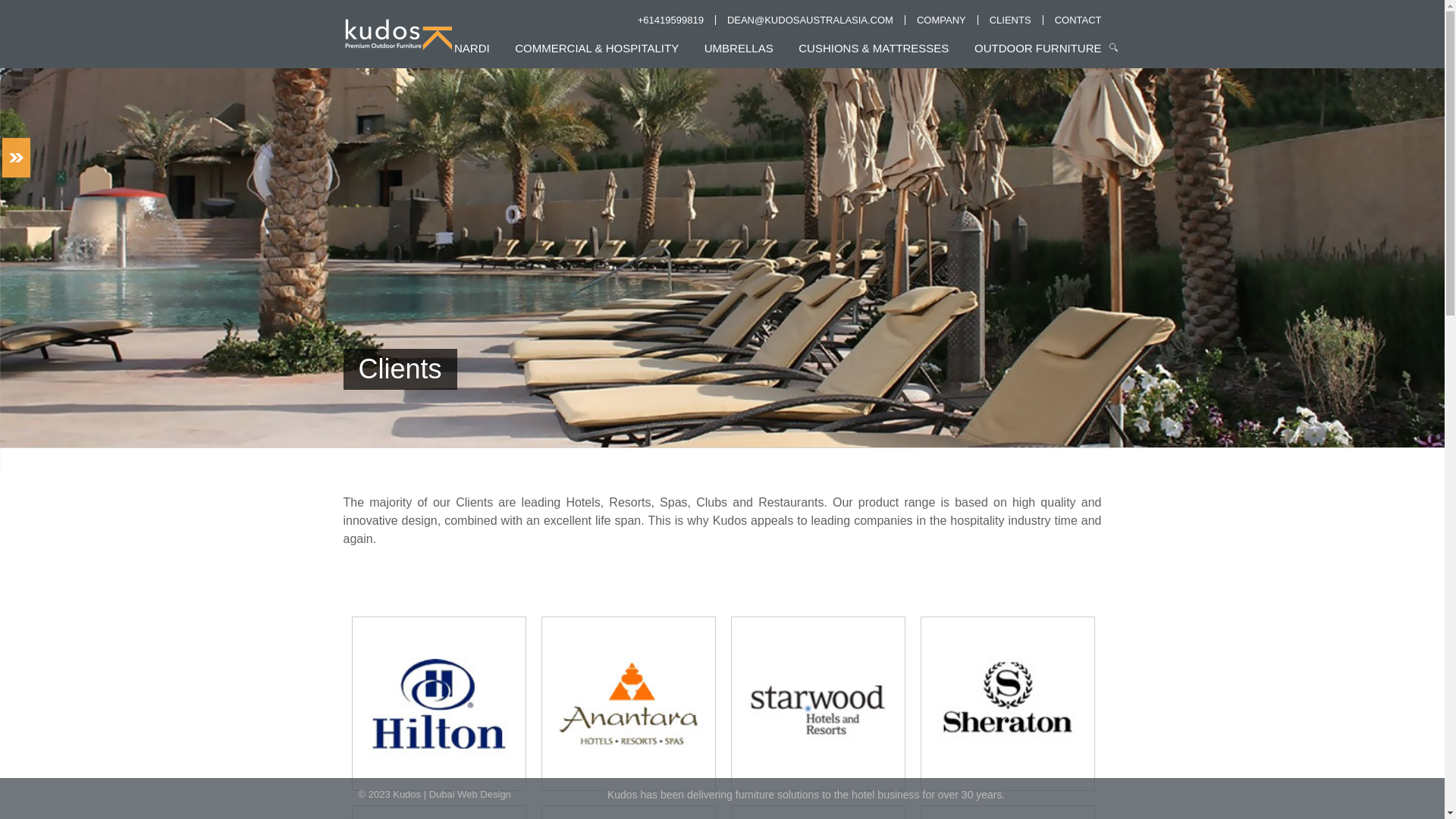 The width and height of the screenshot is (1456, 819). What do you see at coordinates (1077, 20) in the screenshot?
I see `'CONTACT'` at bounding box center [1077, 20].